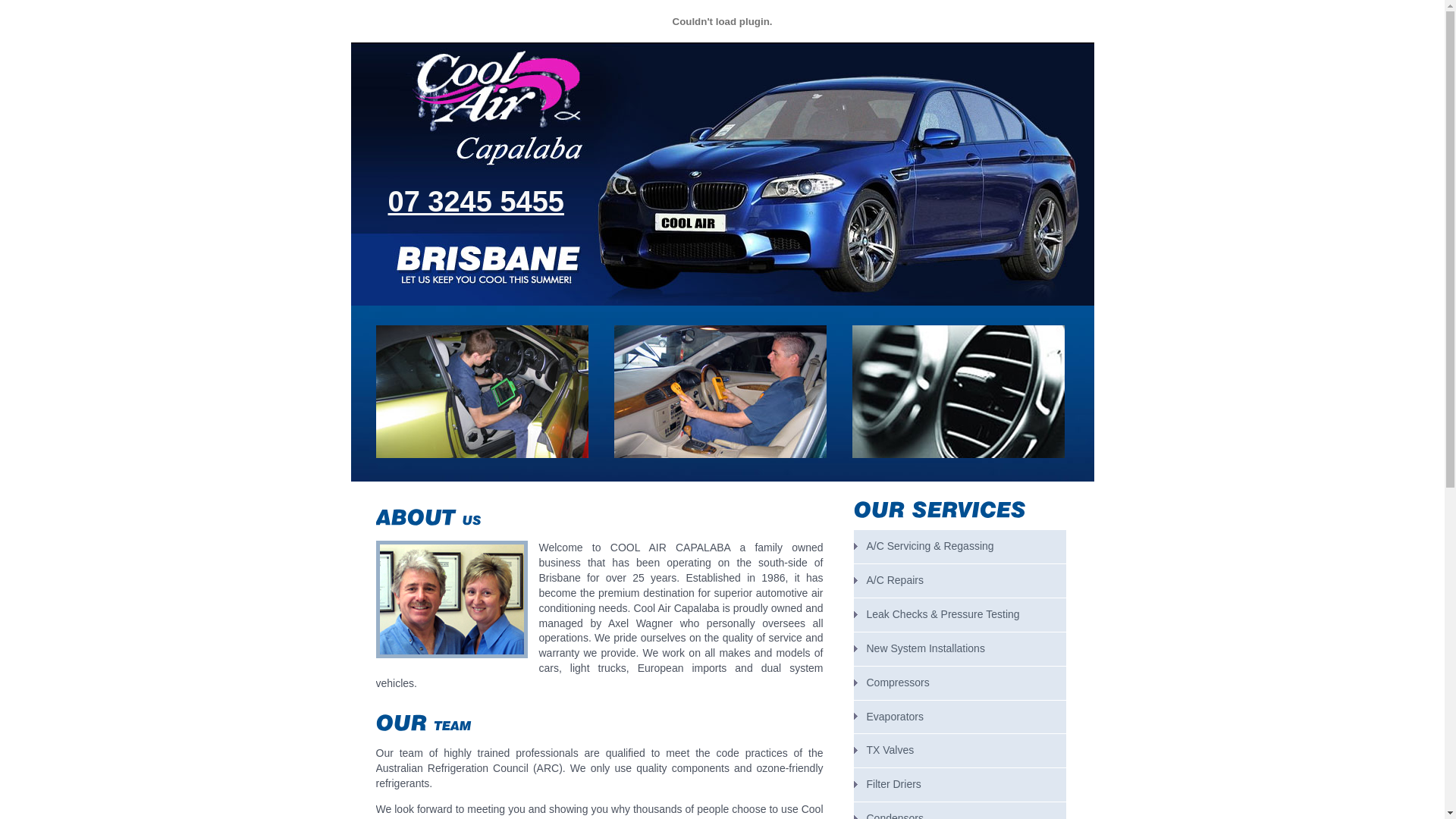 The width and height of the screenshot is (1456, 819). I want to click on 'Evaporators', so click(854, 717).